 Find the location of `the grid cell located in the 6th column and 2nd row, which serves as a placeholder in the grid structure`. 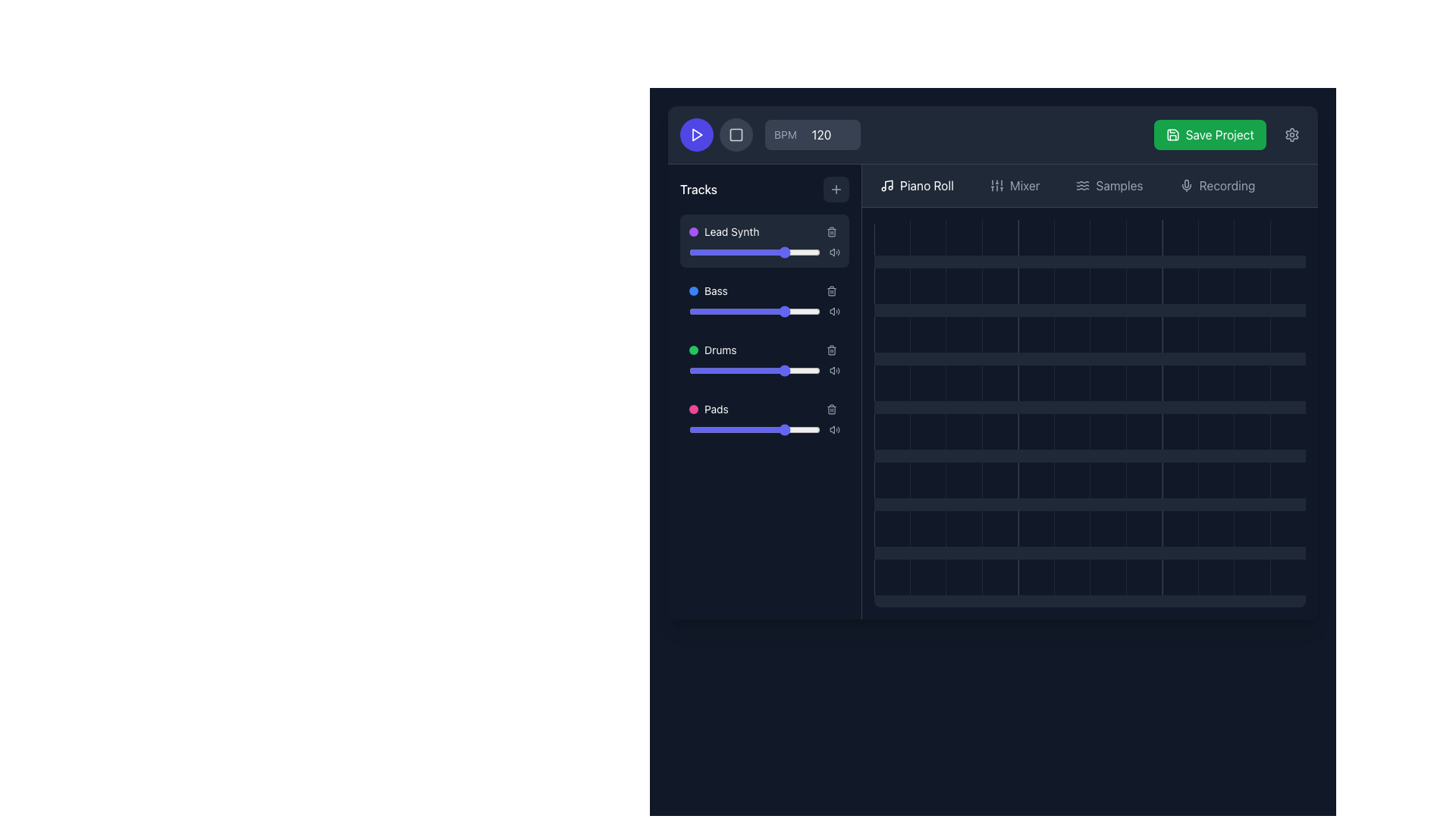

the grid cell located in the 6th column and 2nd row, which serves as a placeholder in the grid structure is located at coordinates (1071, 286).